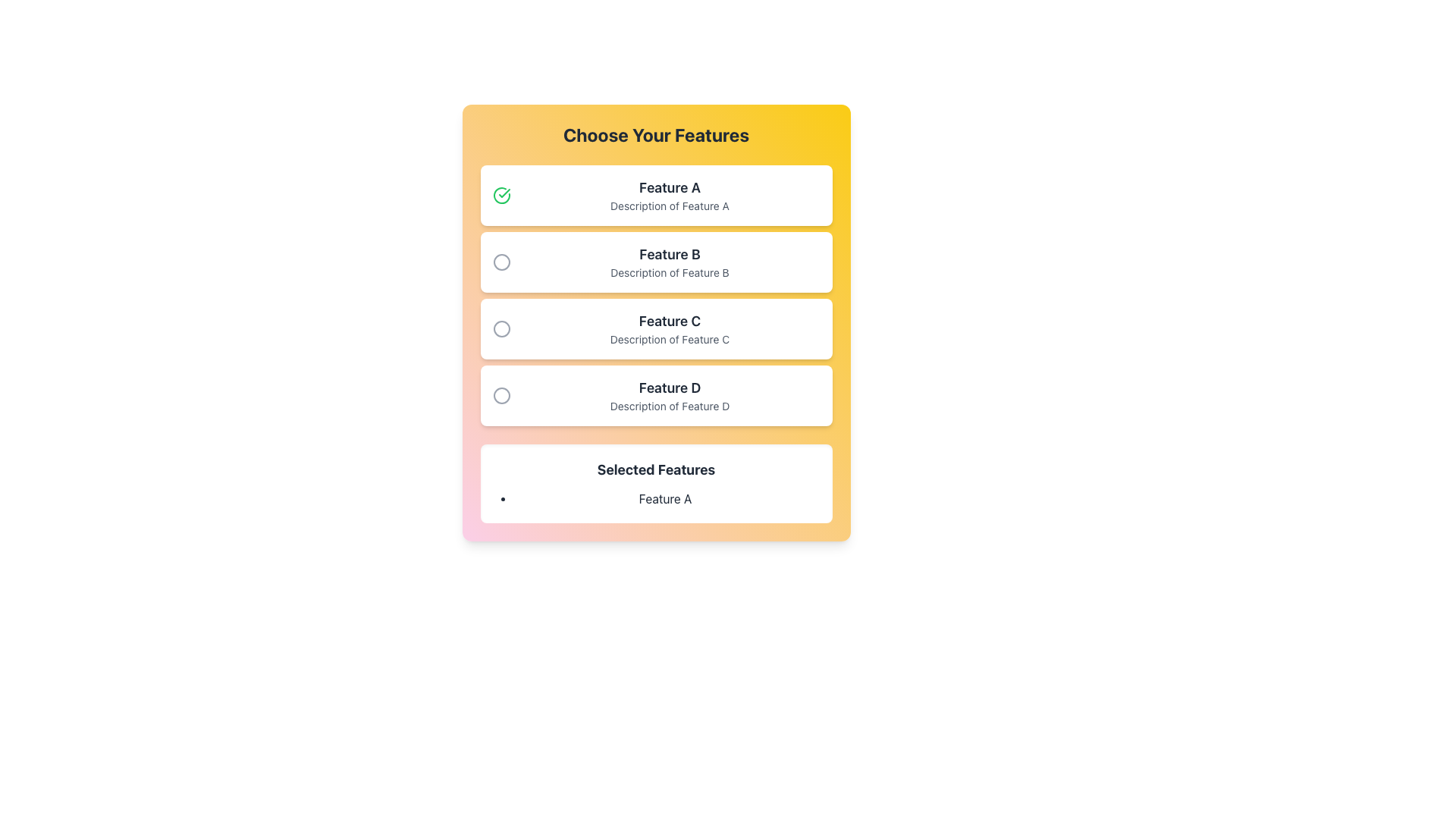  What do you see at coordinates (669, 206) in the screenshot?
I see `text label providing additional descriptive information about 'Feature A', located directly beneath the text 'Feature A' in the first card of a vertical list of selectable options` at bounding box center [669, 206].